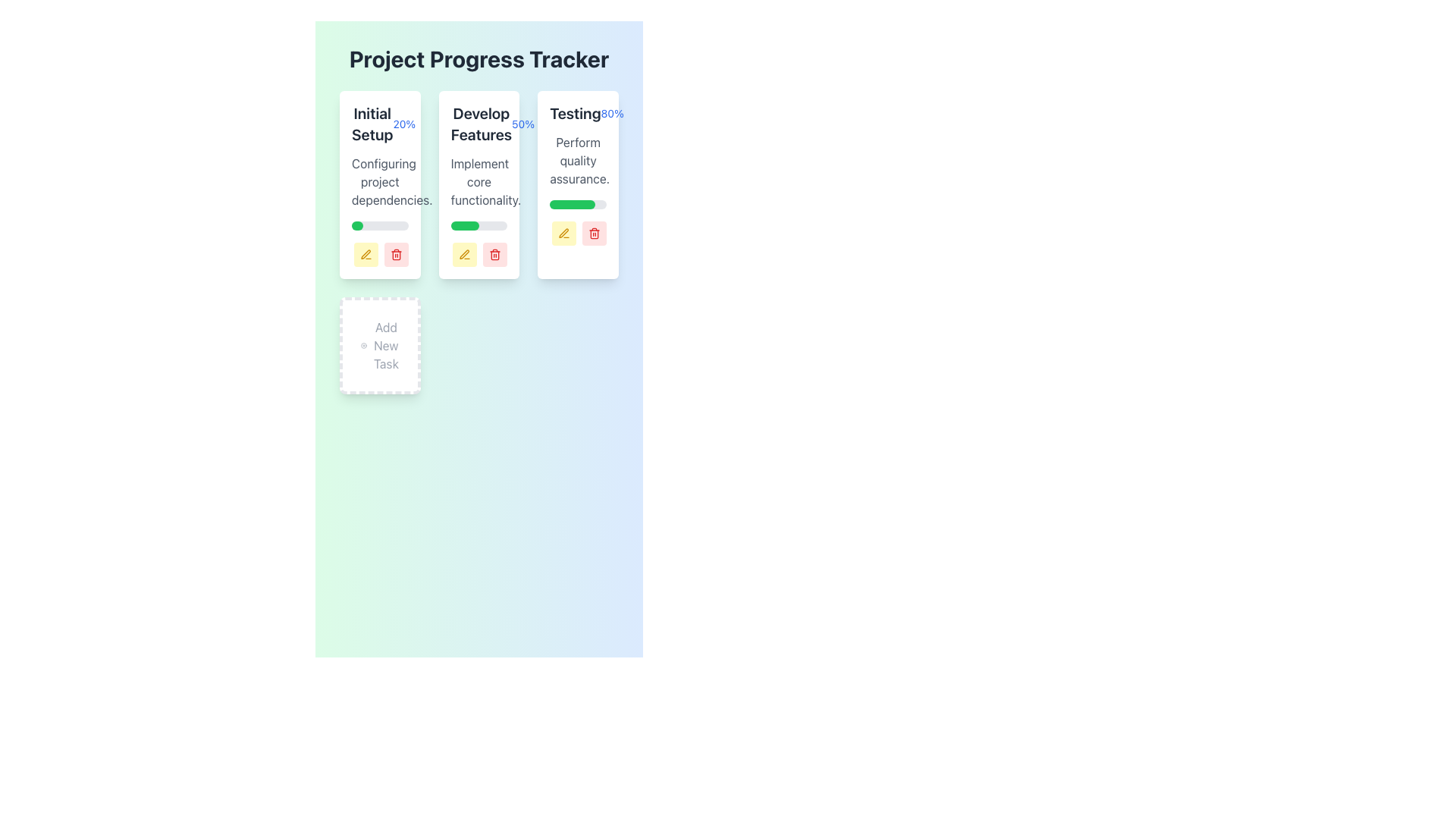 Image resolution: width=1456 pixels, height=819 pixels. What do you see at coordinates (404, 124) in the screenshot?
I see `the text label displaying '20%' which is styled in blue and positioned next to the title 'Initial Setup' within the card-like structure` at bounding box center [404, 124].